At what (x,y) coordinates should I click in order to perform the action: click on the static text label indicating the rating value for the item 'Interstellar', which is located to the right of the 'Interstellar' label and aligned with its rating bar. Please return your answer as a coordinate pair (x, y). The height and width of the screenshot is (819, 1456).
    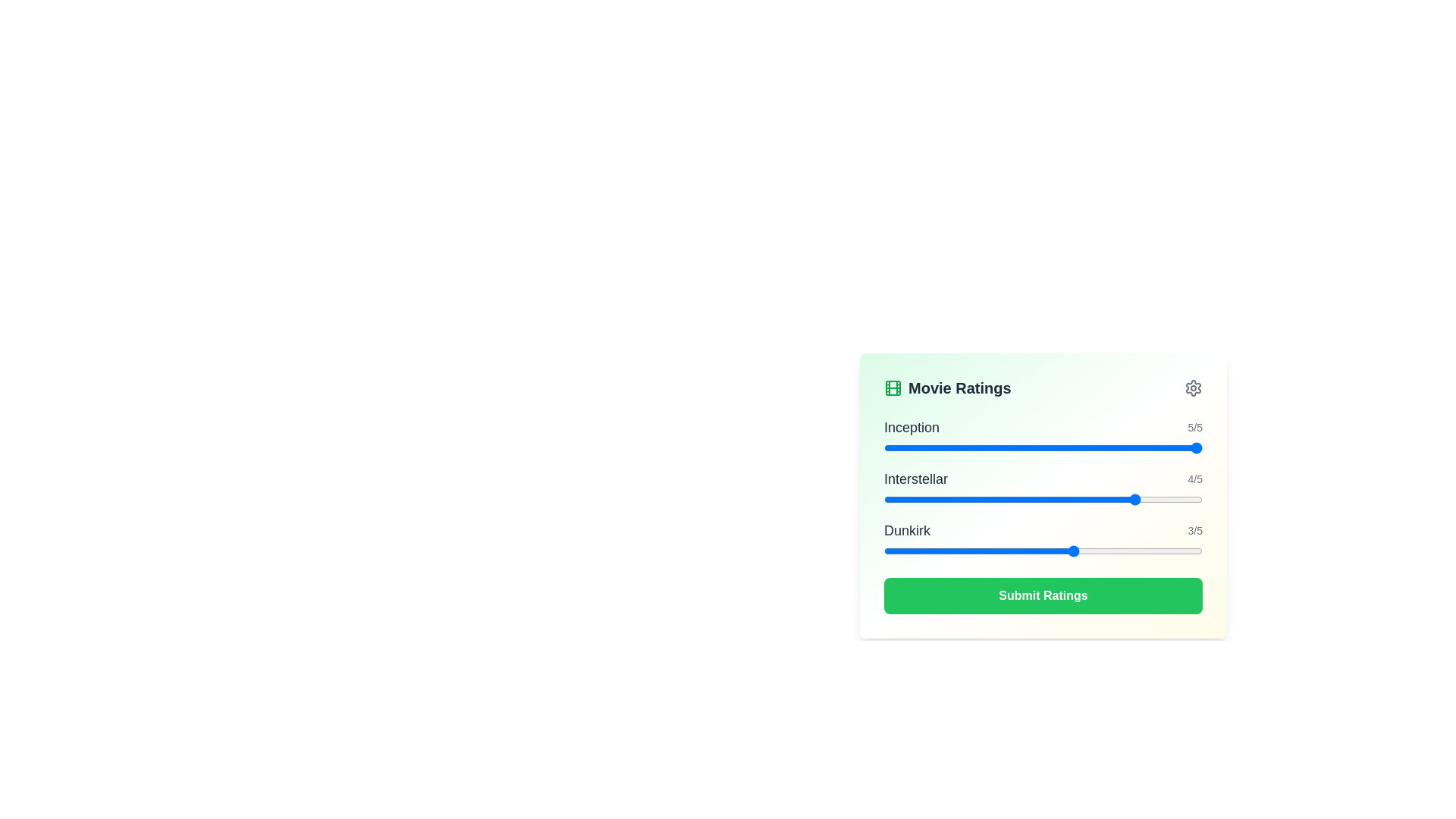
    Looking at the image, I should click on (1194, 479).